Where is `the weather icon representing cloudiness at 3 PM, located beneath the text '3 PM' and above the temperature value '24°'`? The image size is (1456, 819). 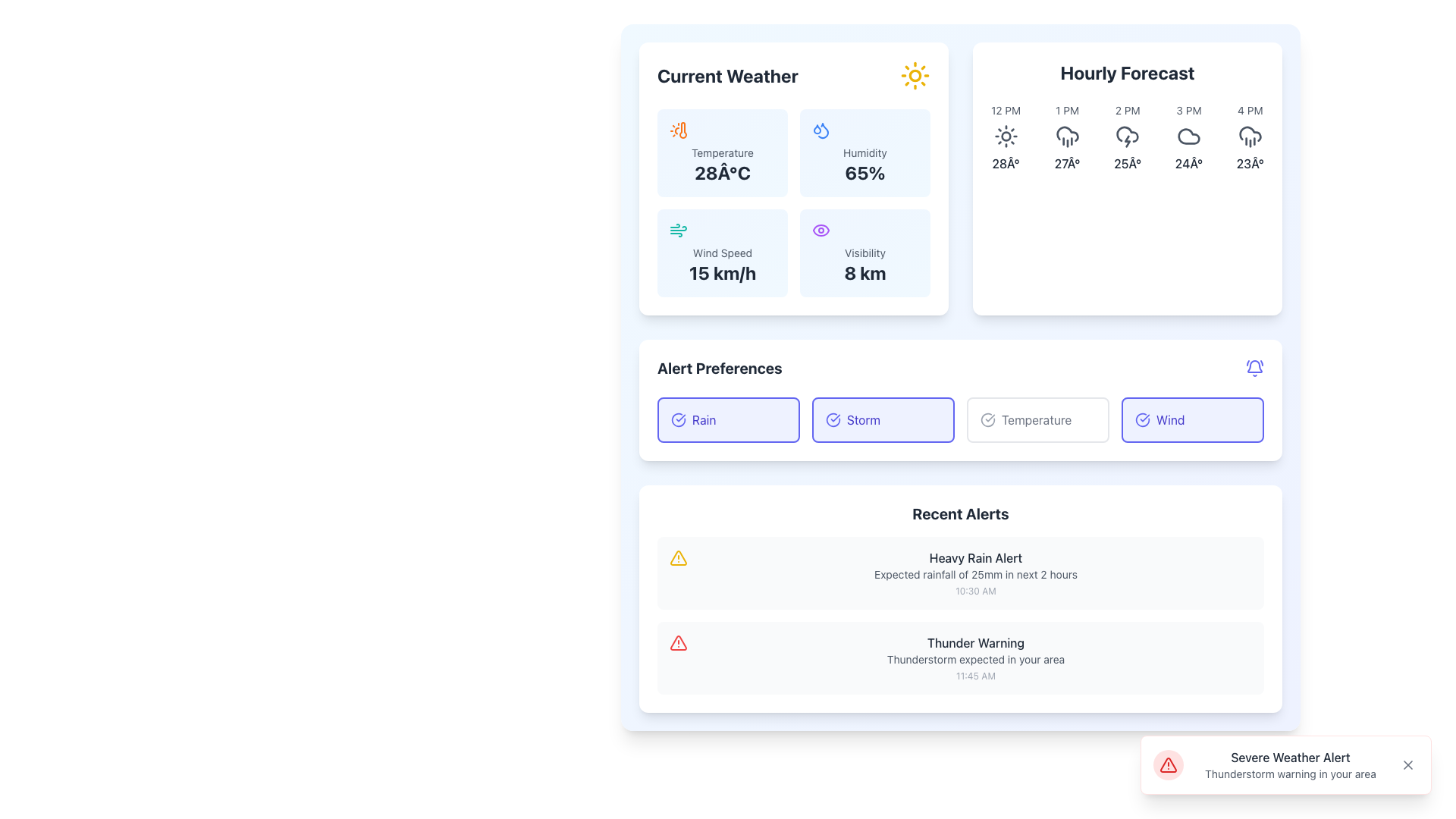 the weather icon representing cloudiness at 3 PM, located beneath the text '3 PM' and above the temperature value '24°' is located at coordinates (1188, 136).